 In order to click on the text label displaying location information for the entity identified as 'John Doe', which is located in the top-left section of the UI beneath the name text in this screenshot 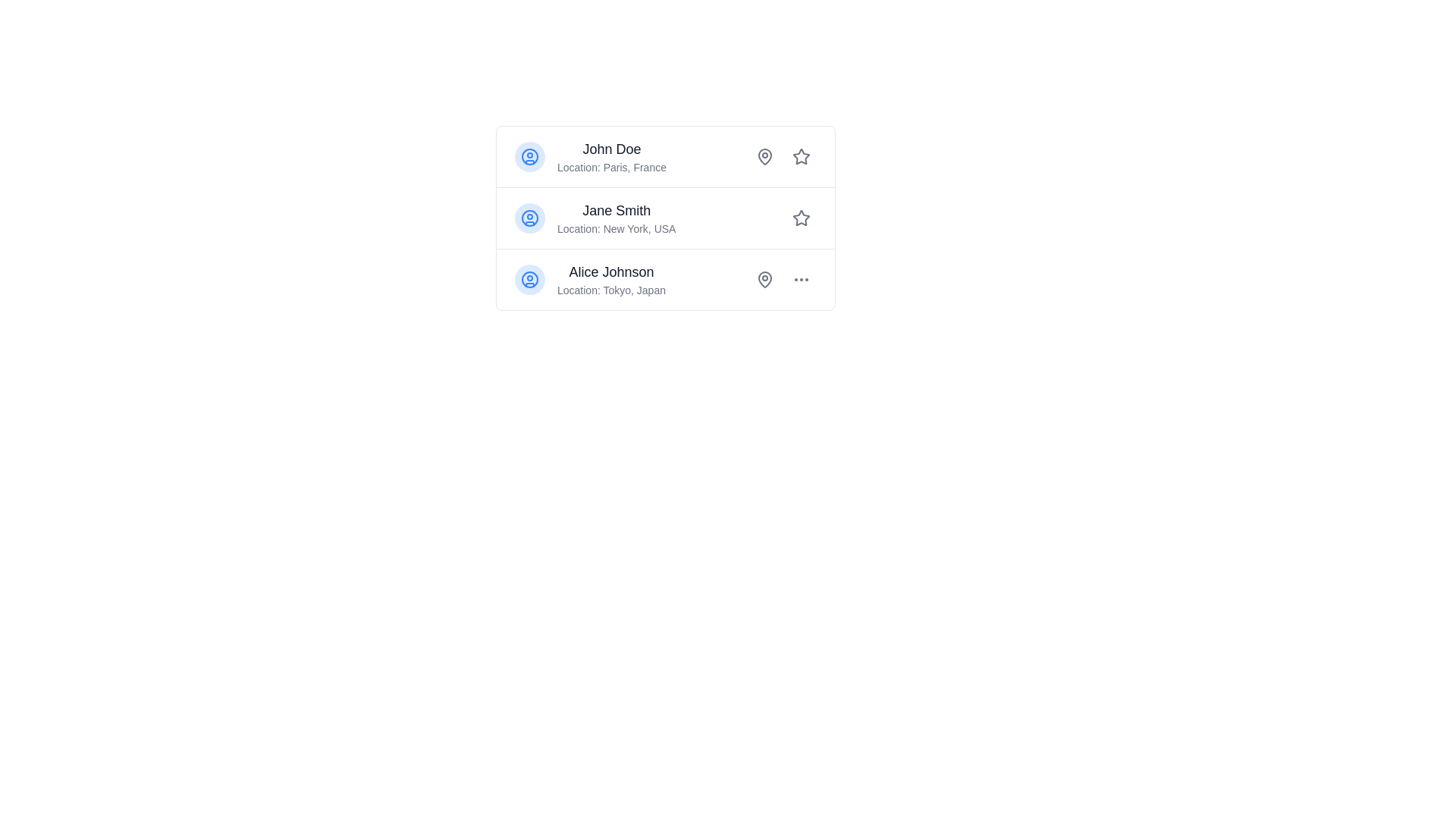, I will do `click(611, 167)`.